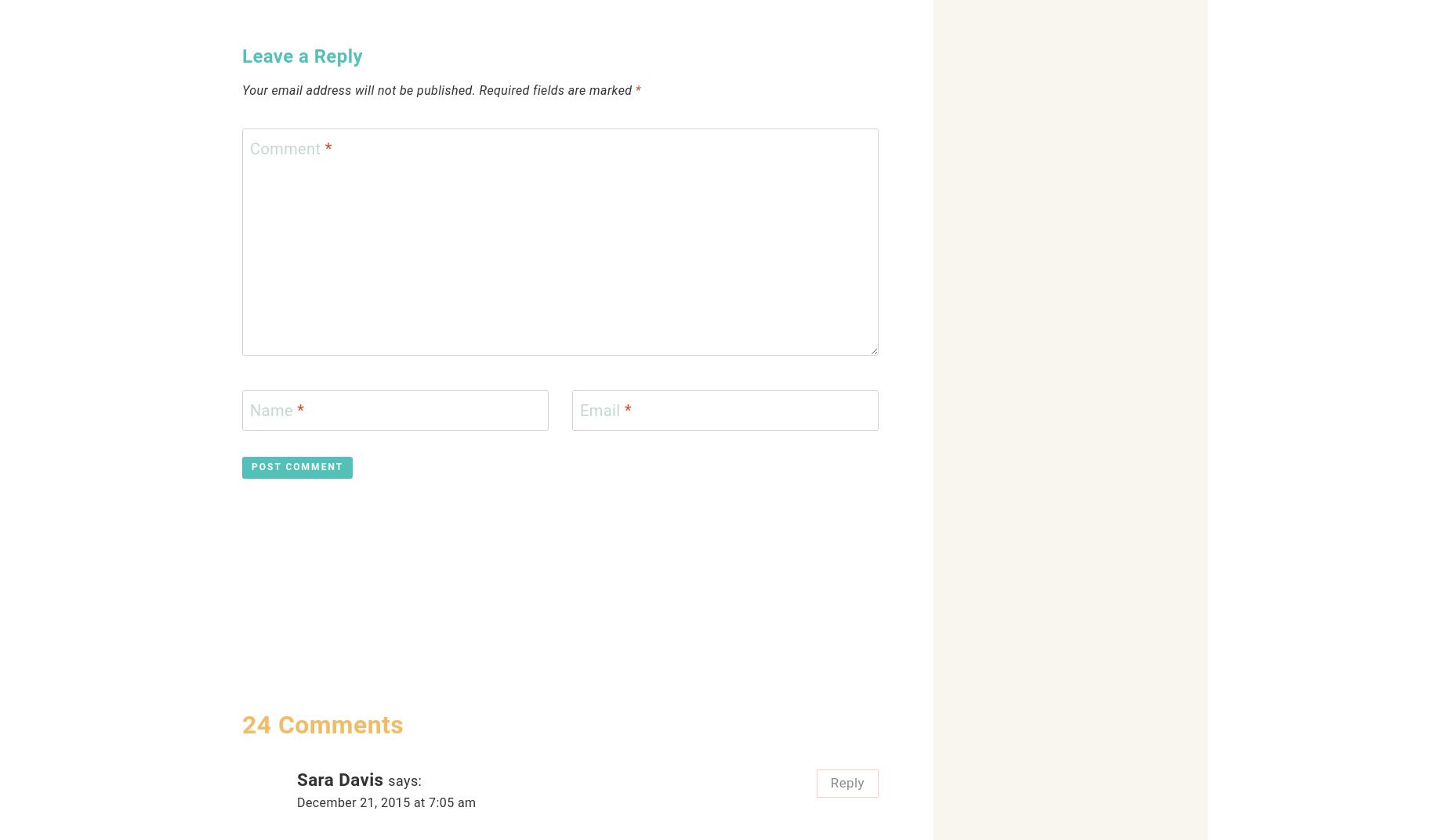  What do you see at coordinates (339, 779) in the screenshot?
I see `'Sara Davis'` at bounding box center [339, 779].